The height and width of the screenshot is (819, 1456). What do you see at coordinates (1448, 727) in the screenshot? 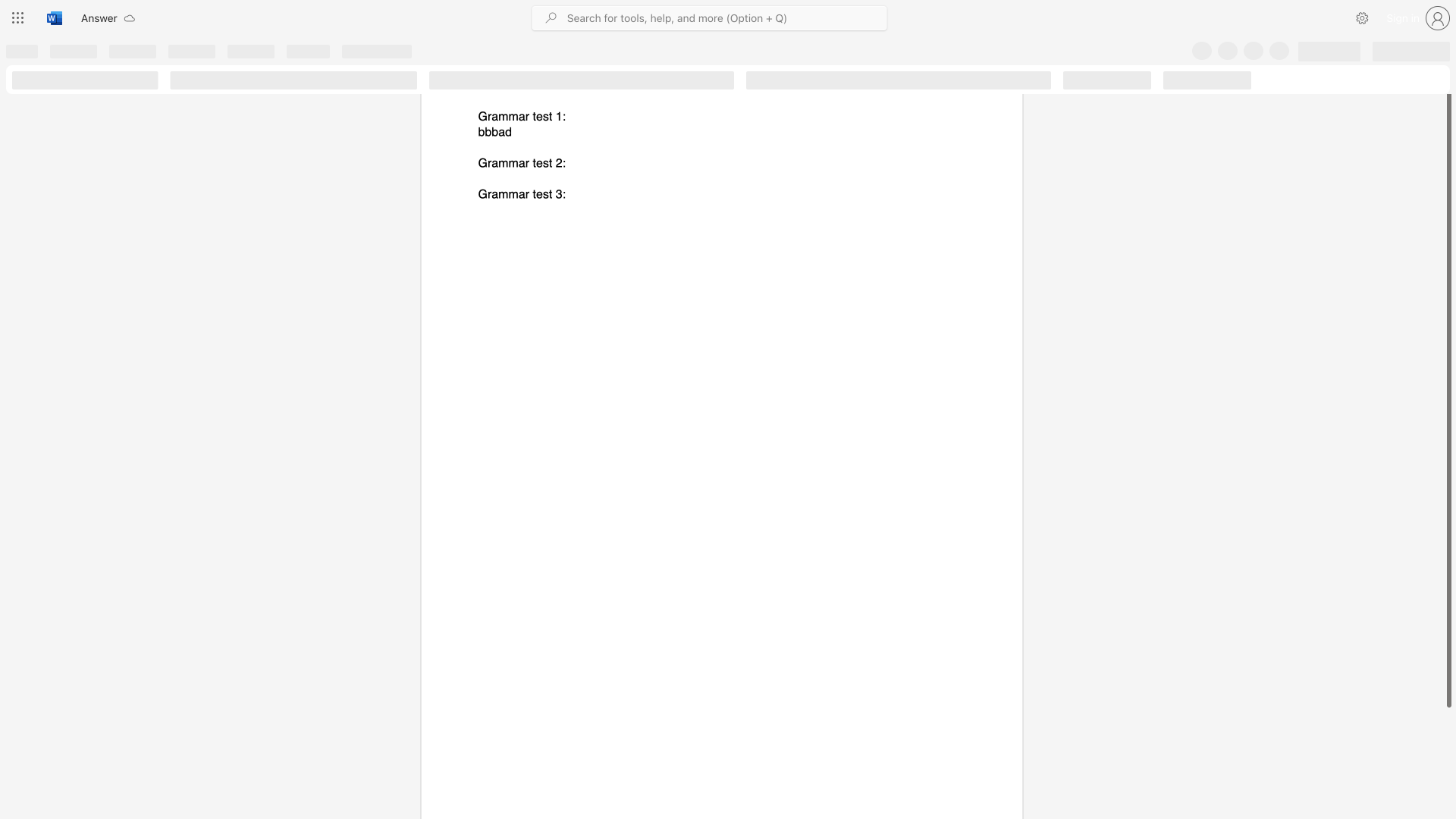
I see `the scrollbar on the right side to scroll the page down` at bounding box center [1448, 727].